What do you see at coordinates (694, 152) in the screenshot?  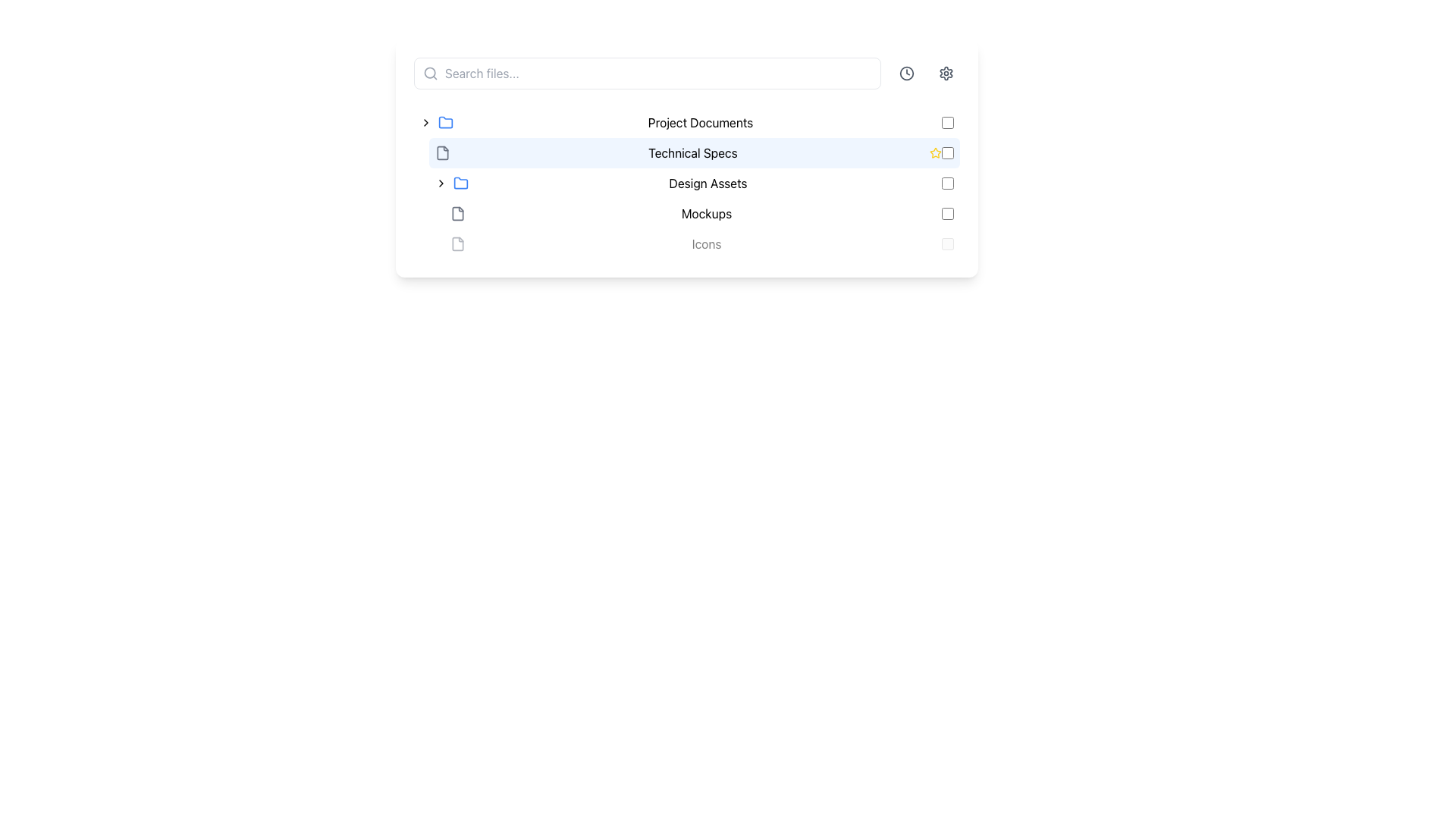 I see `the list item with a light blue background labeled 'Technical Specs'` at bounding box center [694, 152].